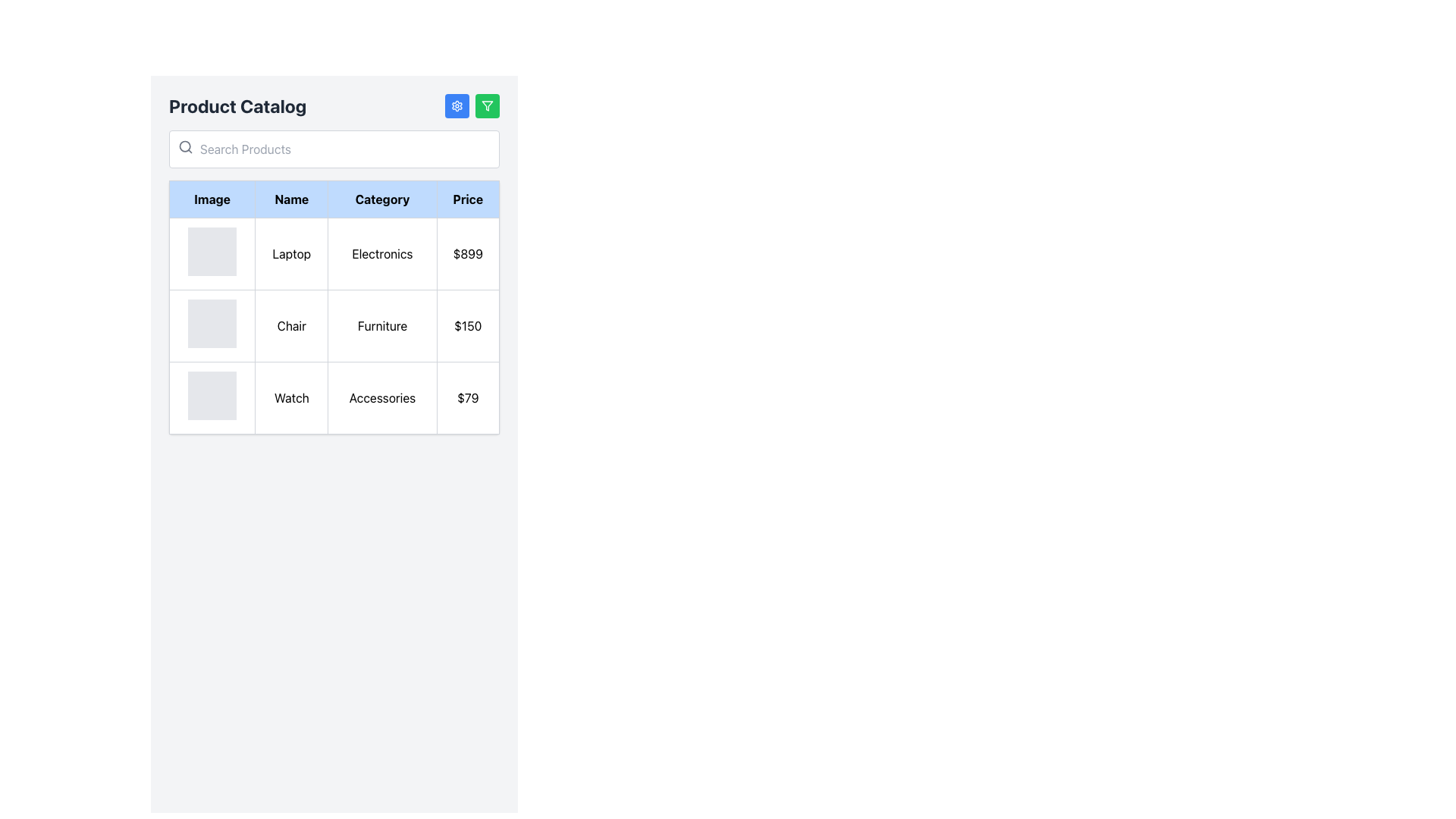 This screenshot has width=1456, height=819. What do you see at coordinates (467, 397) in the screenshot?
I see `the text block displaying the price of 'Watch Accessories', which is located in the last row of the grid layout table under the 'Price' column` at bounding box center [467, 397].